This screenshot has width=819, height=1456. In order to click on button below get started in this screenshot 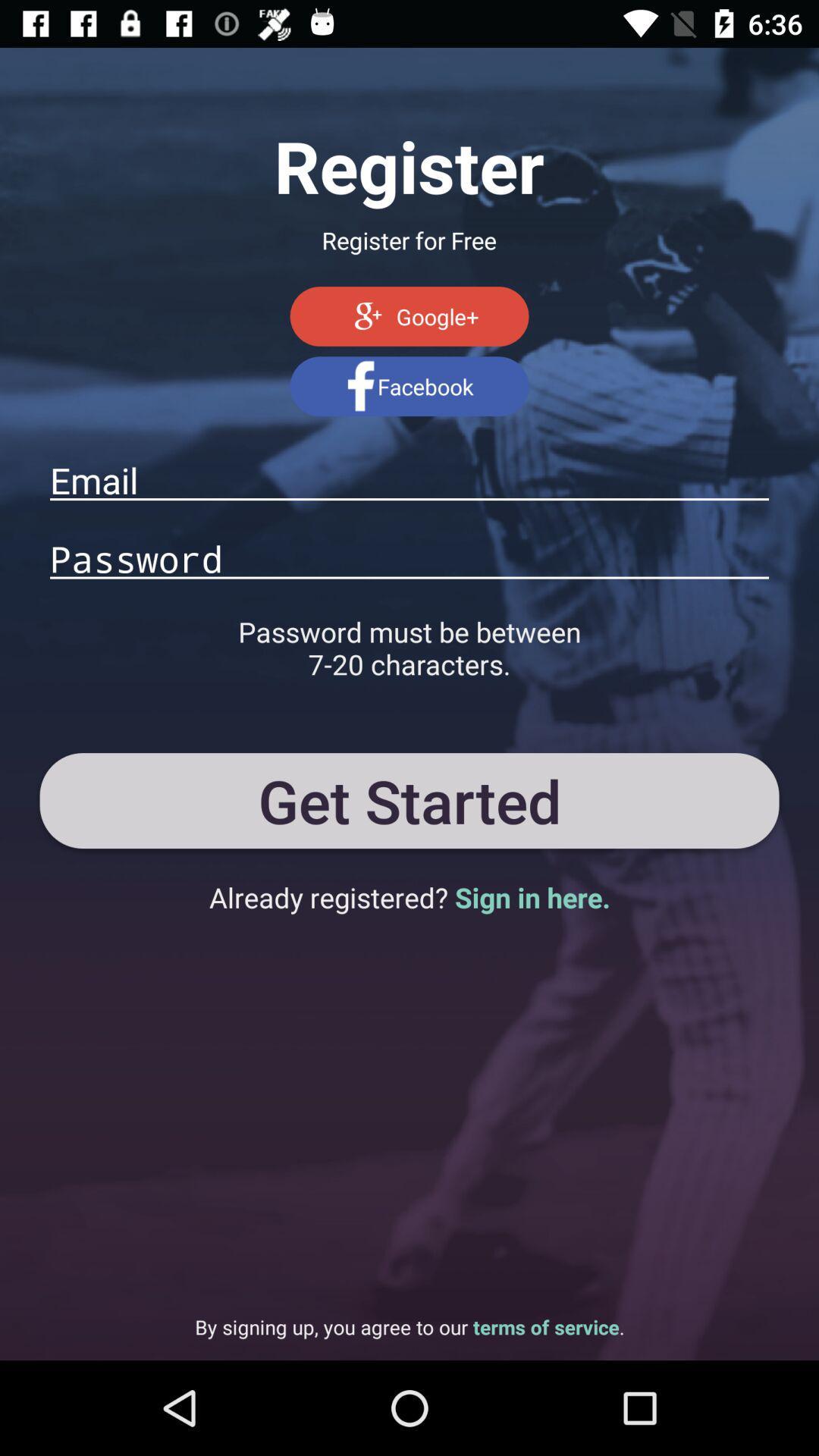, I will do `click(409, 897)`.